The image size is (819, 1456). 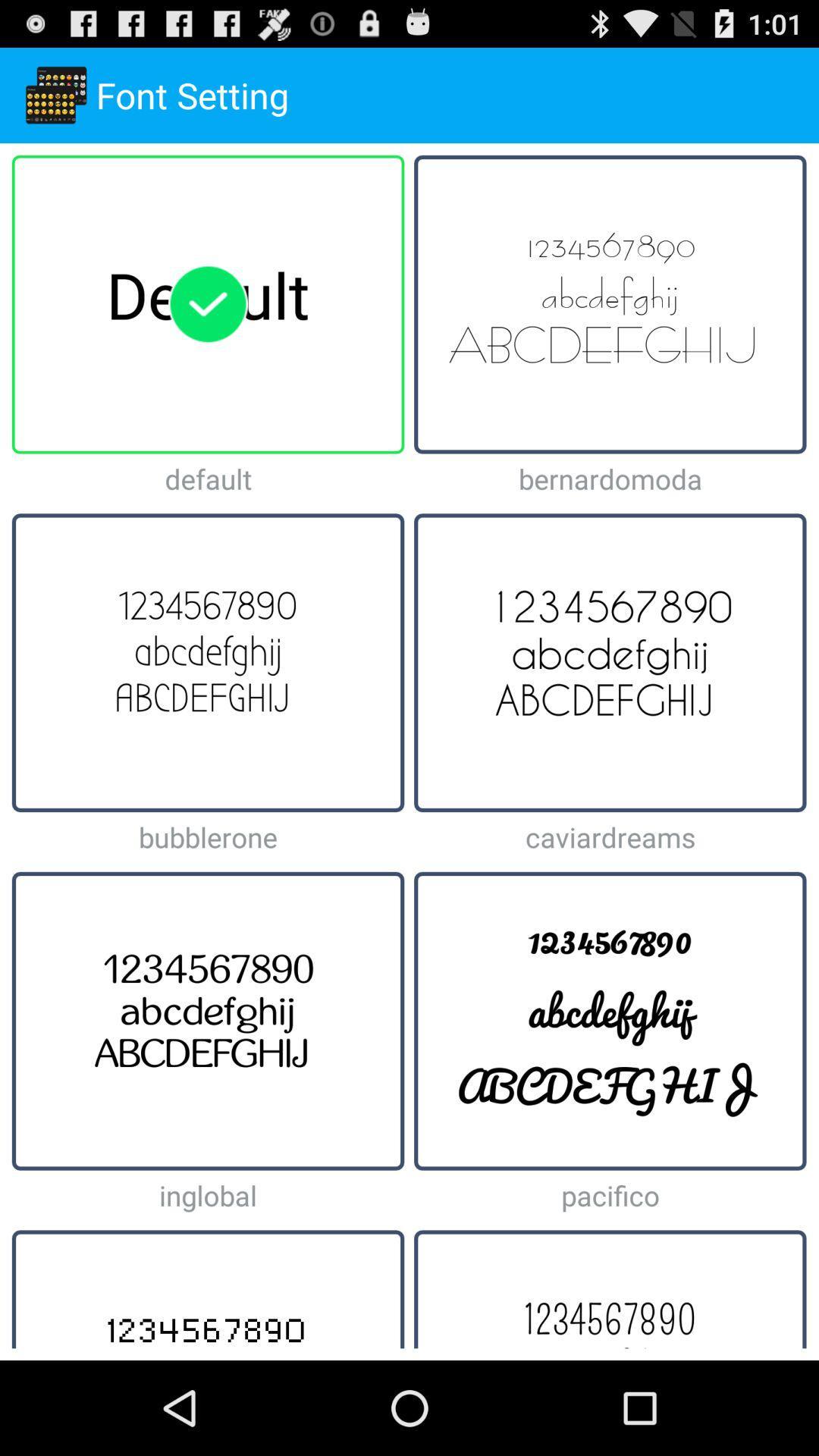 What do you see at coordinates (55, 94) in the screenshot?
I see `the font setting icon` at bounding box center [55, 94].